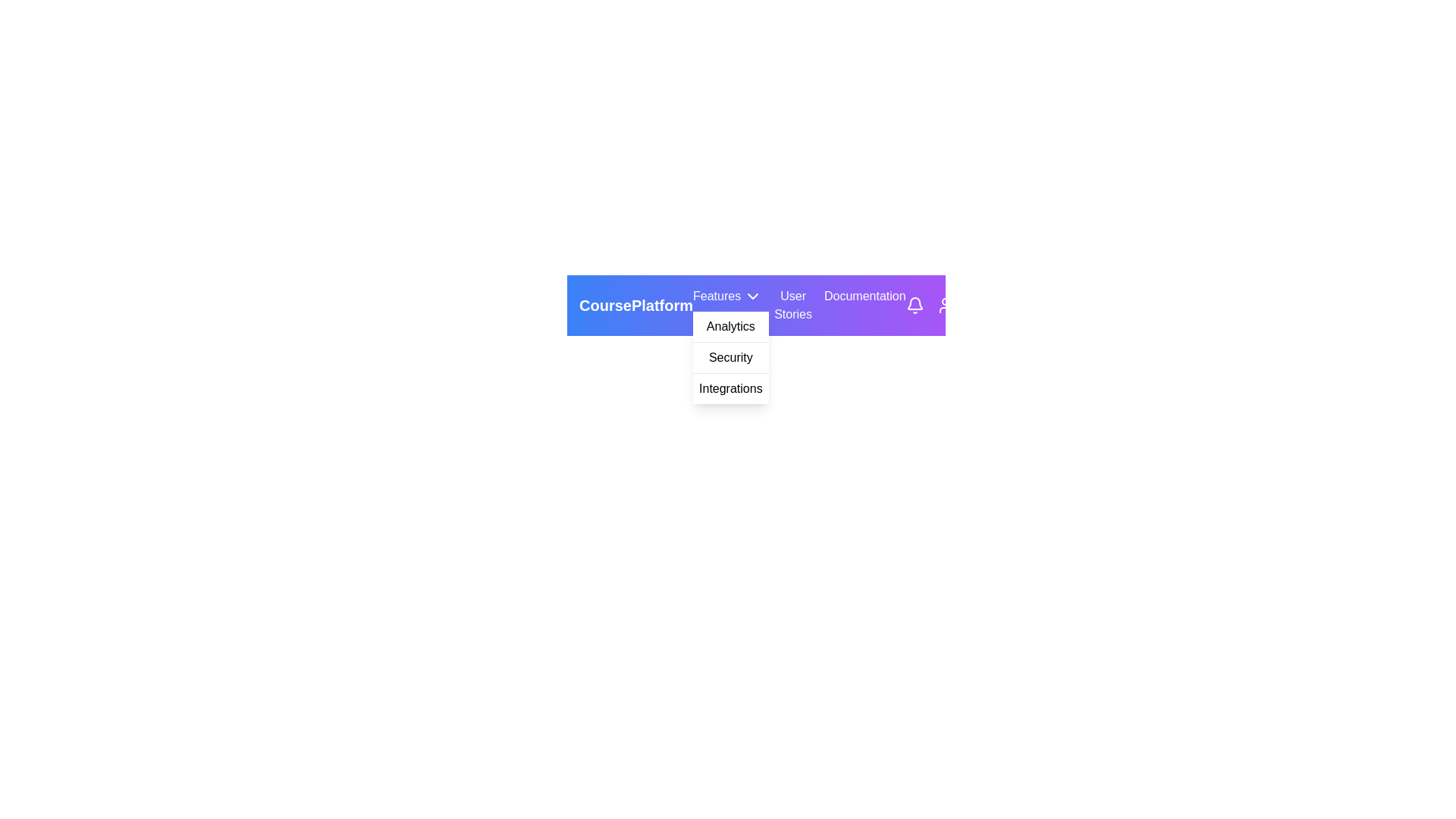  What do you see at coordinates (792, 305) in the screenshot?
I see `the 'User Stories' label, which displays the text in white within a purple rectangle in the navigation bar` at bounding box center [792, 305].